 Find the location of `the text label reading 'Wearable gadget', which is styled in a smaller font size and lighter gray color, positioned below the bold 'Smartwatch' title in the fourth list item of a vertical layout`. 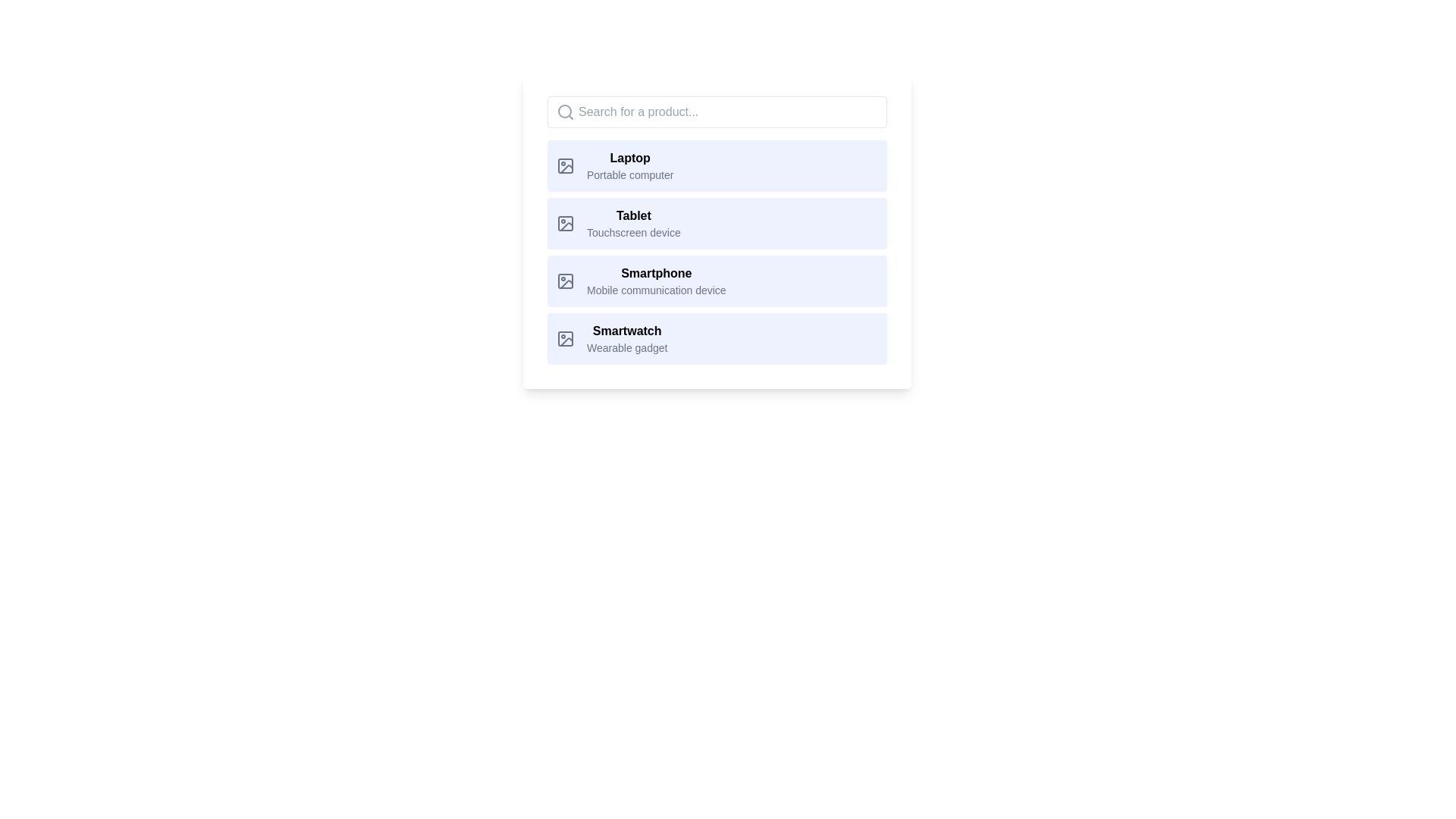

the text label reading 'Wearable gadget', which is styled in a smaller font size and lighter gray color, positioned below the bold 'Smartwatch' title in the fourth list item of a vertical layout is located at coordinates (627, 348).